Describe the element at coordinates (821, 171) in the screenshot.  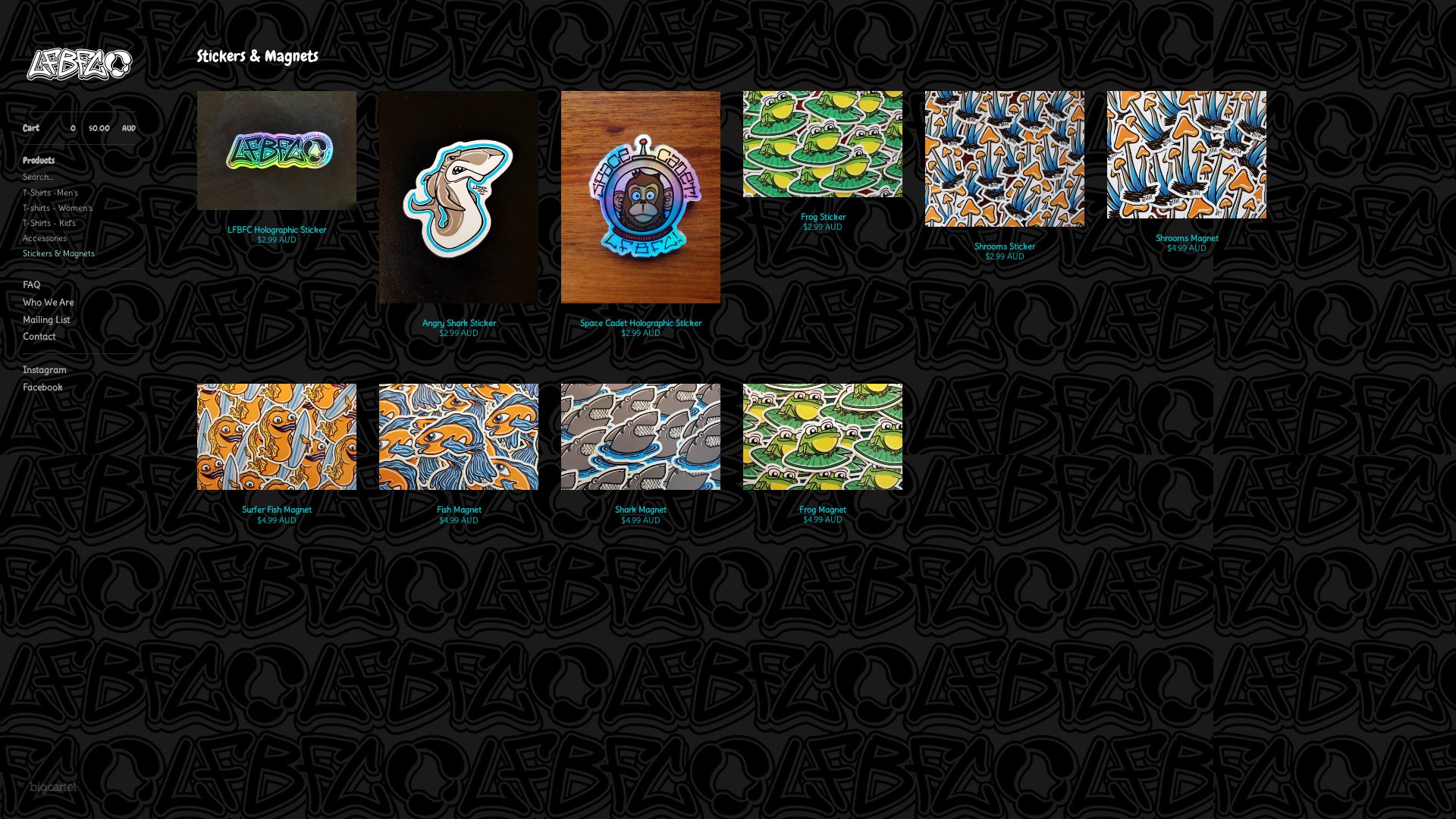
I see `'Frog Sticker` at that location.